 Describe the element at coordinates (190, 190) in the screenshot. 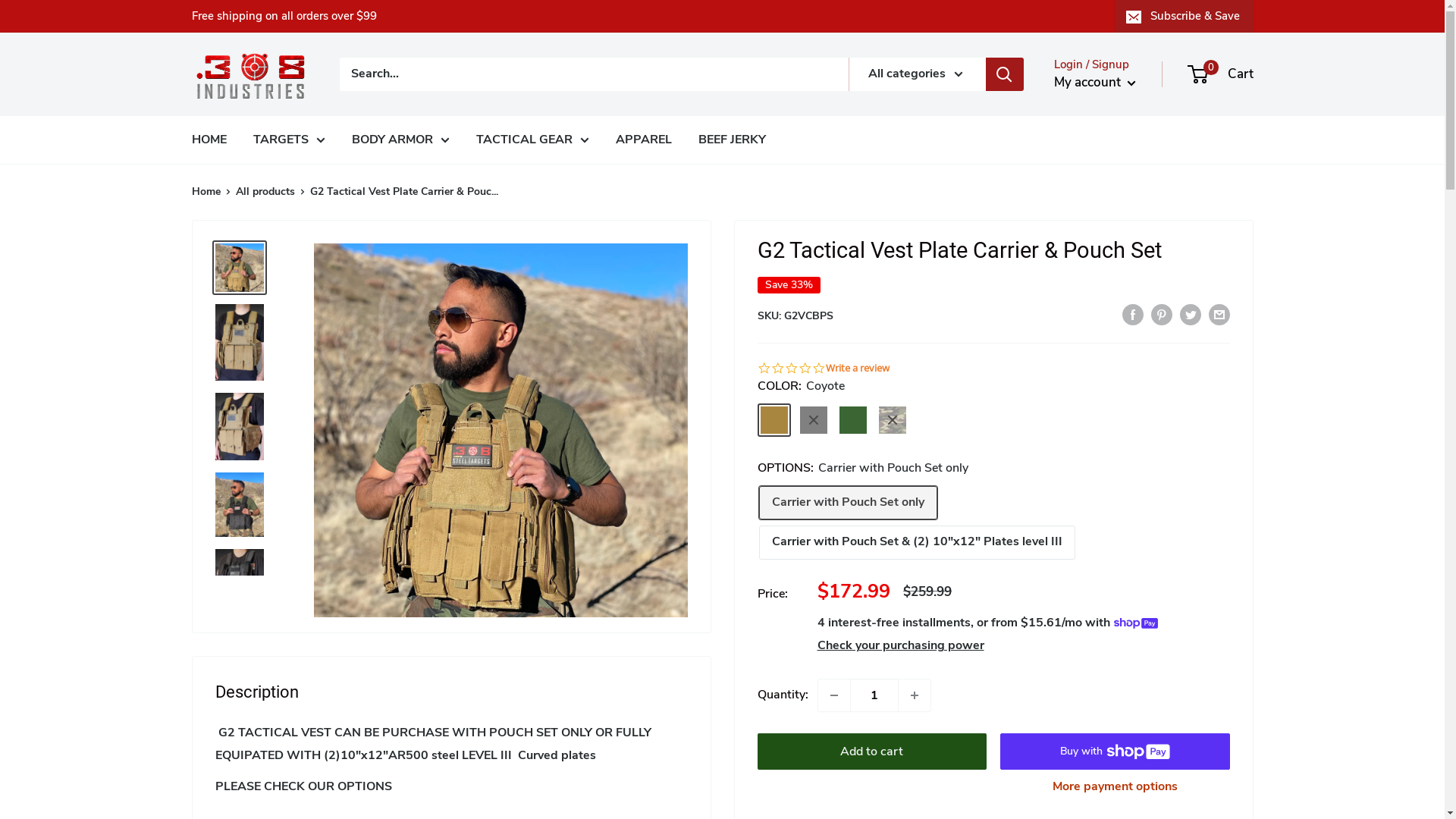

I see `'Home'` at that location.